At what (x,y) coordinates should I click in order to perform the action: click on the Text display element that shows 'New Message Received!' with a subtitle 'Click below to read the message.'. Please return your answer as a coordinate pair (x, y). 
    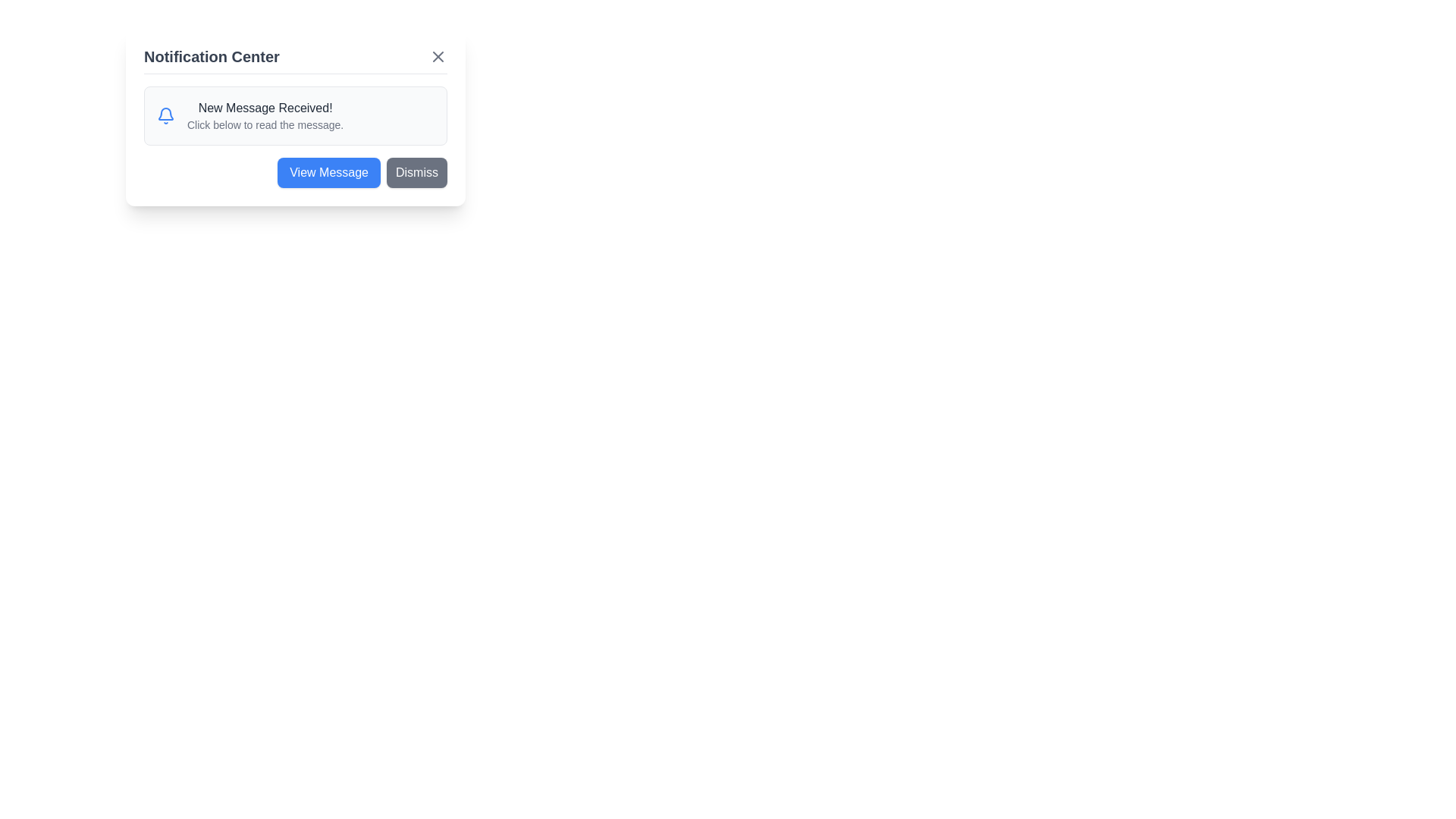
    Looking at the image, I should click on (265, 115).